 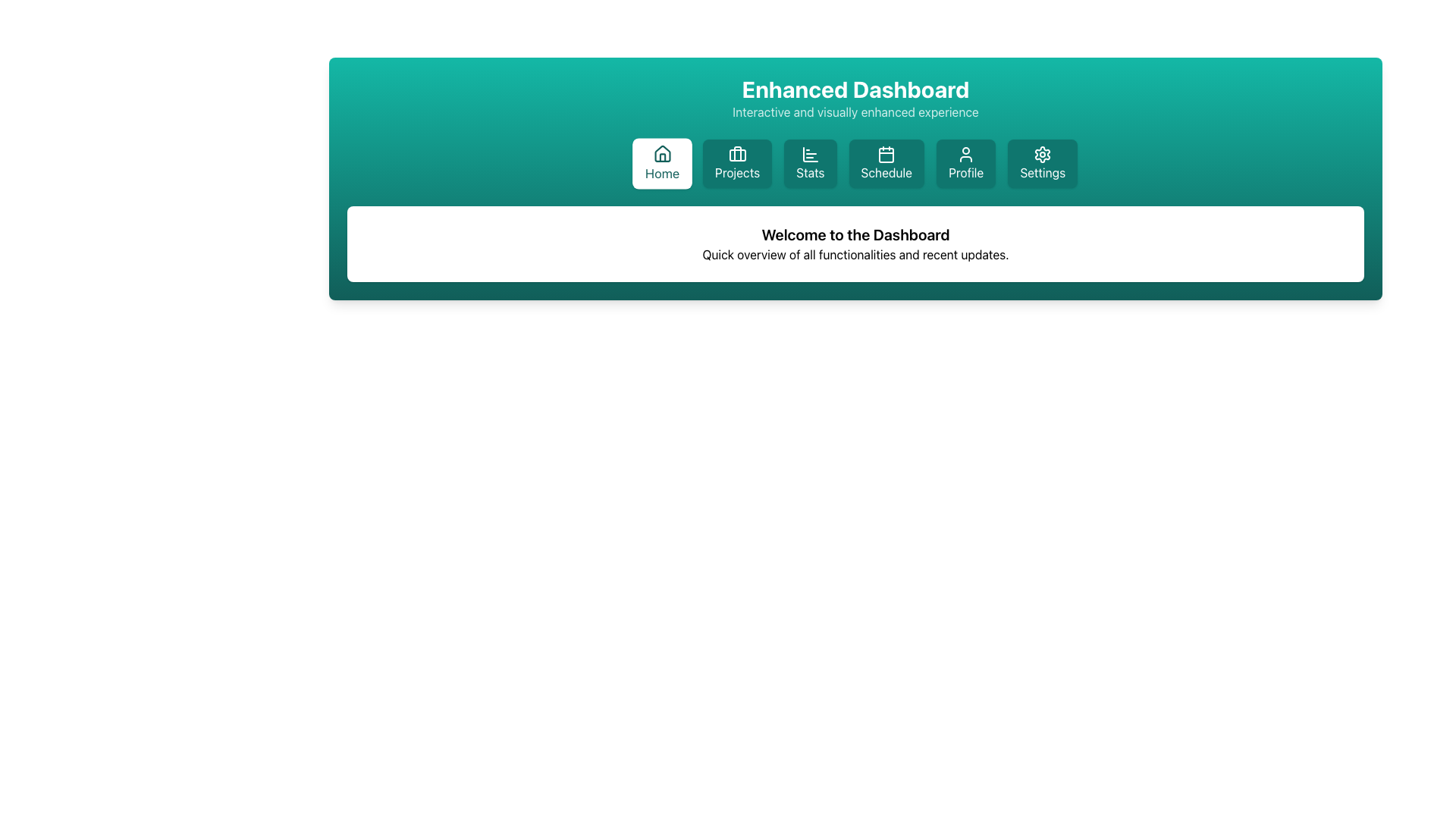 What do you see at coordinates (809, 164) in the screenshot?
I see `the 'Stats' button, which is the third button from the left in a series of six buttons at the top of the interface` at bounding box center [809, 164].